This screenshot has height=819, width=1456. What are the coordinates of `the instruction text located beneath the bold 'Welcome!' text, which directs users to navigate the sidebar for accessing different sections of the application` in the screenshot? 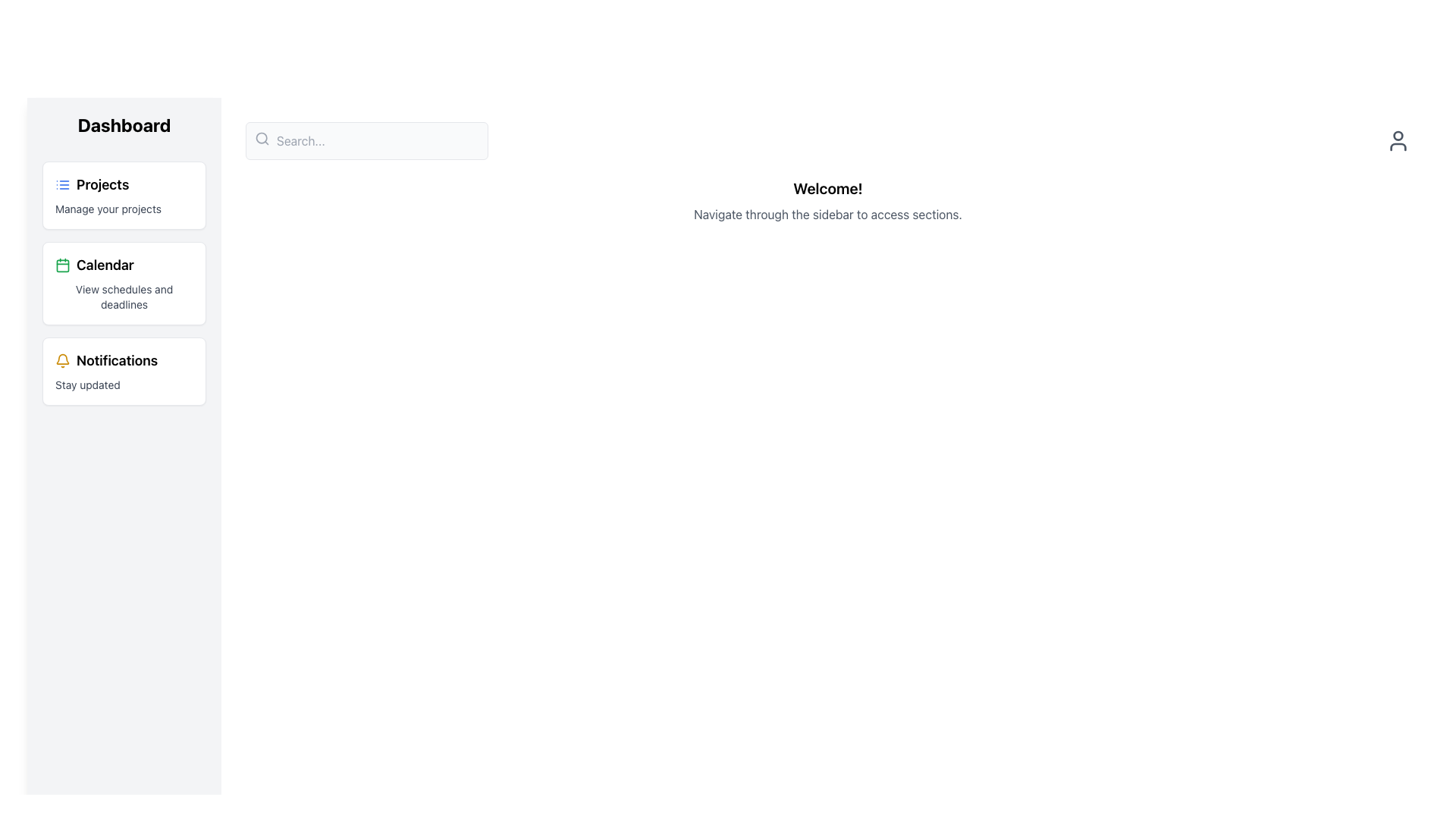 It's located at (827, 214).